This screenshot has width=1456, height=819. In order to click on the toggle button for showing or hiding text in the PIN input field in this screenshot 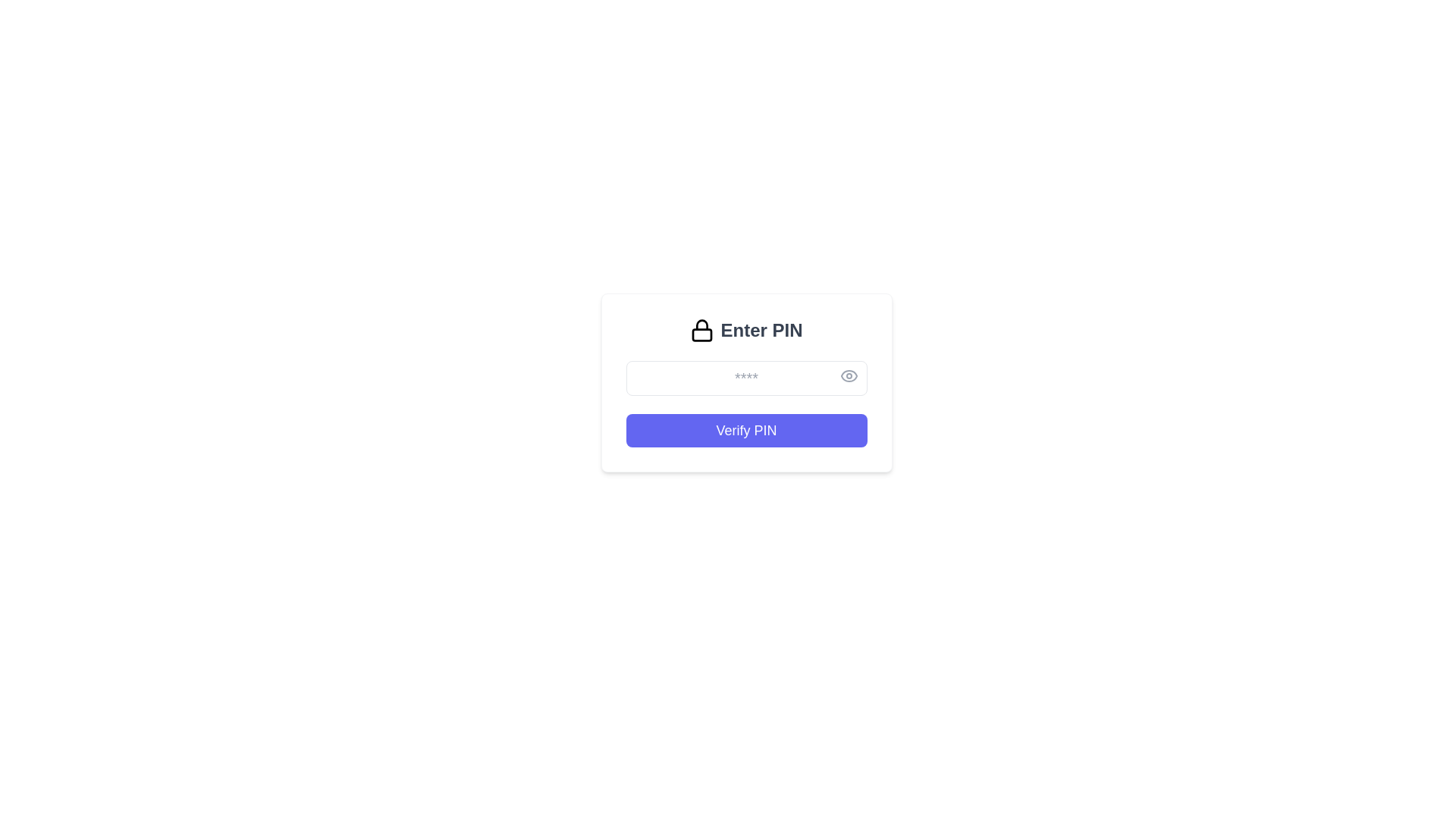, I will do `click(848, 375)`.